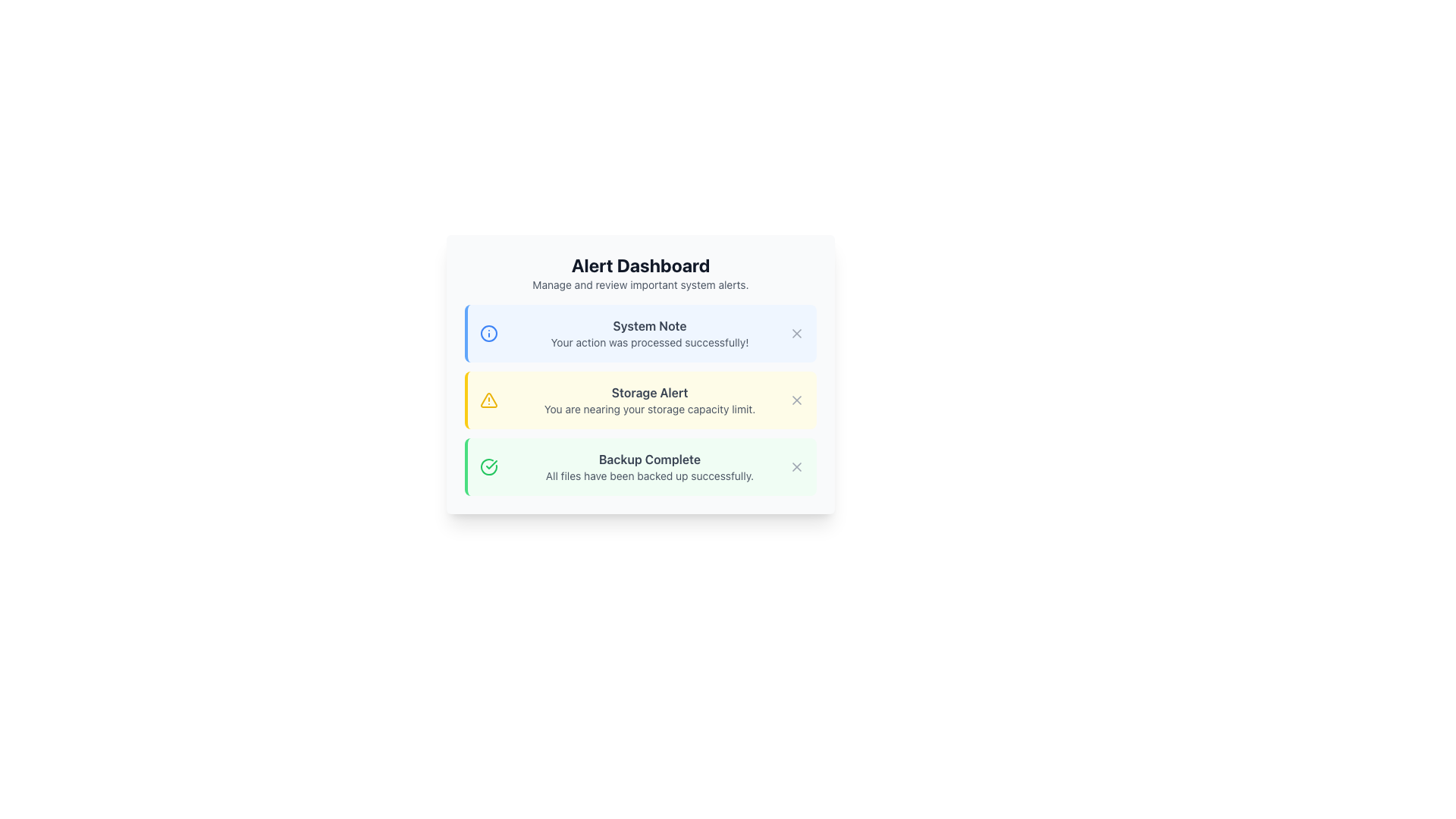  What do you see at coordinates (491, 464) in the screenshot?
I see `the checkmark icon in the 'Backup Complete' section, which serves as a visual indicator of a successful operation` at bounding box center [491, 464].